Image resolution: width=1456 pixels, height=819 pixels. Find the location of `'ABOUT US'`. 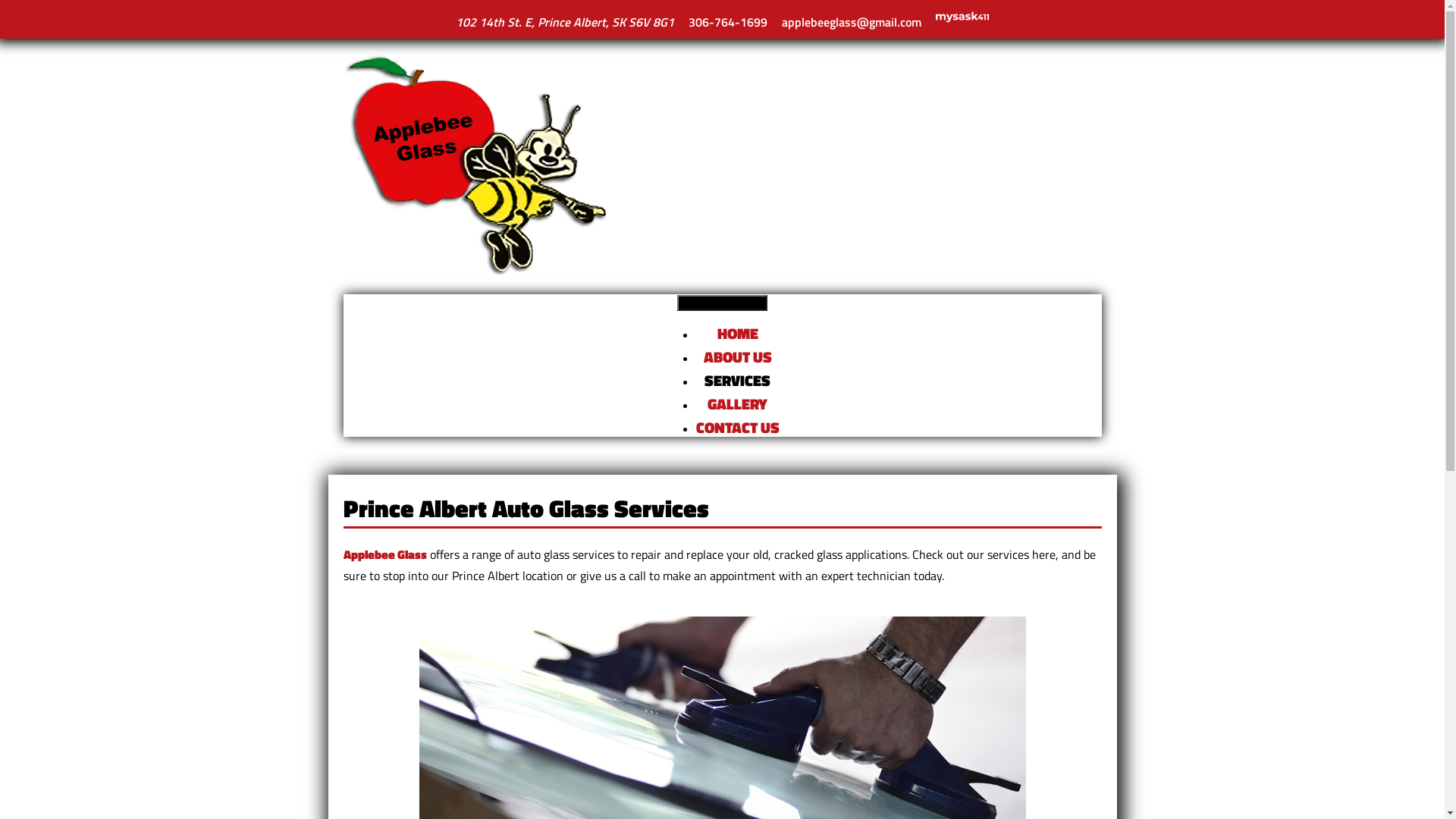

'ABOUT US' is located at coordinates (702, 356).